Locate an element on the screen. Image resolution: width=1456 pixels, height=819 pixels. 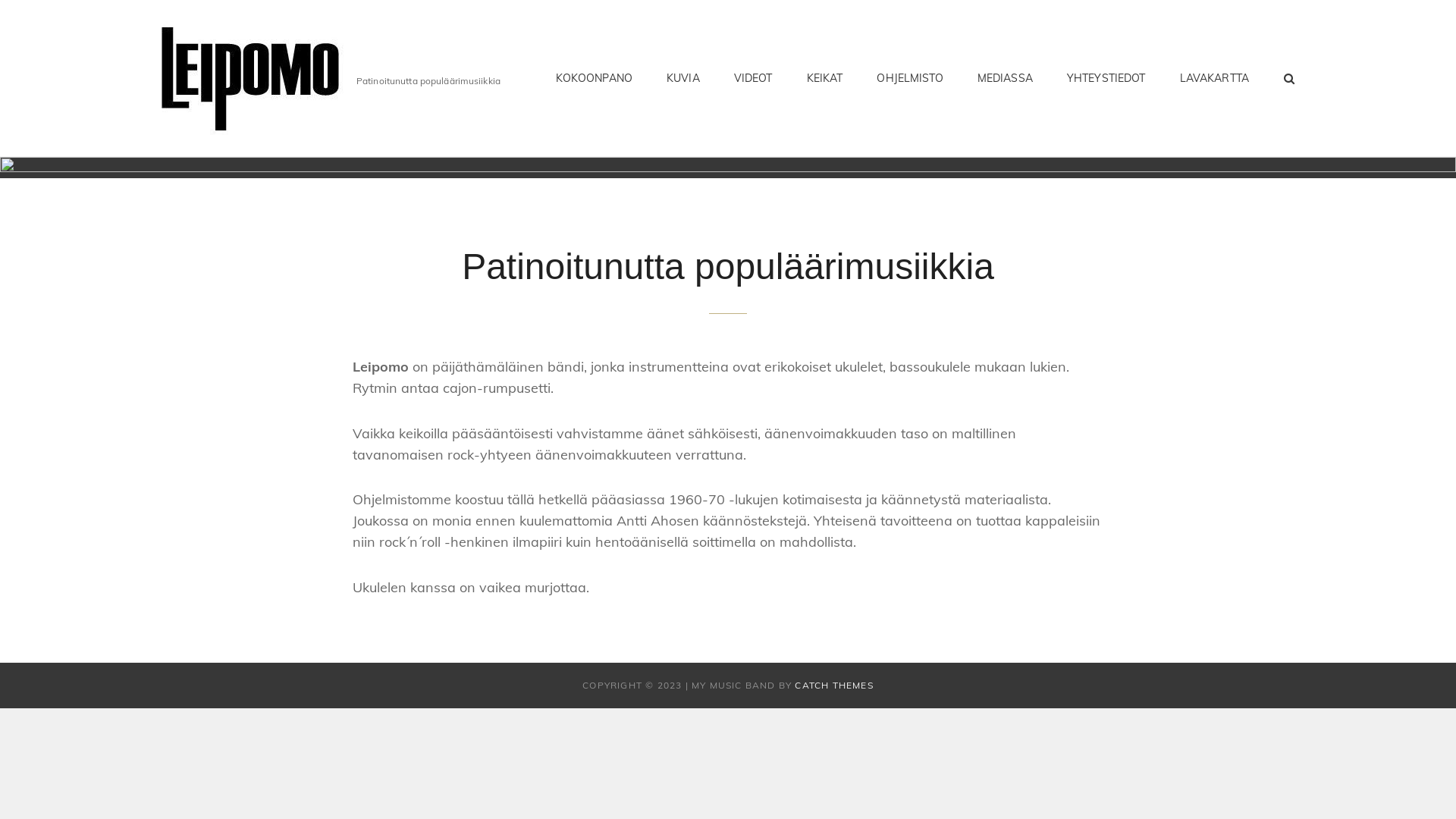
'KOKOONPANO' is located at coordinates (593, 78).